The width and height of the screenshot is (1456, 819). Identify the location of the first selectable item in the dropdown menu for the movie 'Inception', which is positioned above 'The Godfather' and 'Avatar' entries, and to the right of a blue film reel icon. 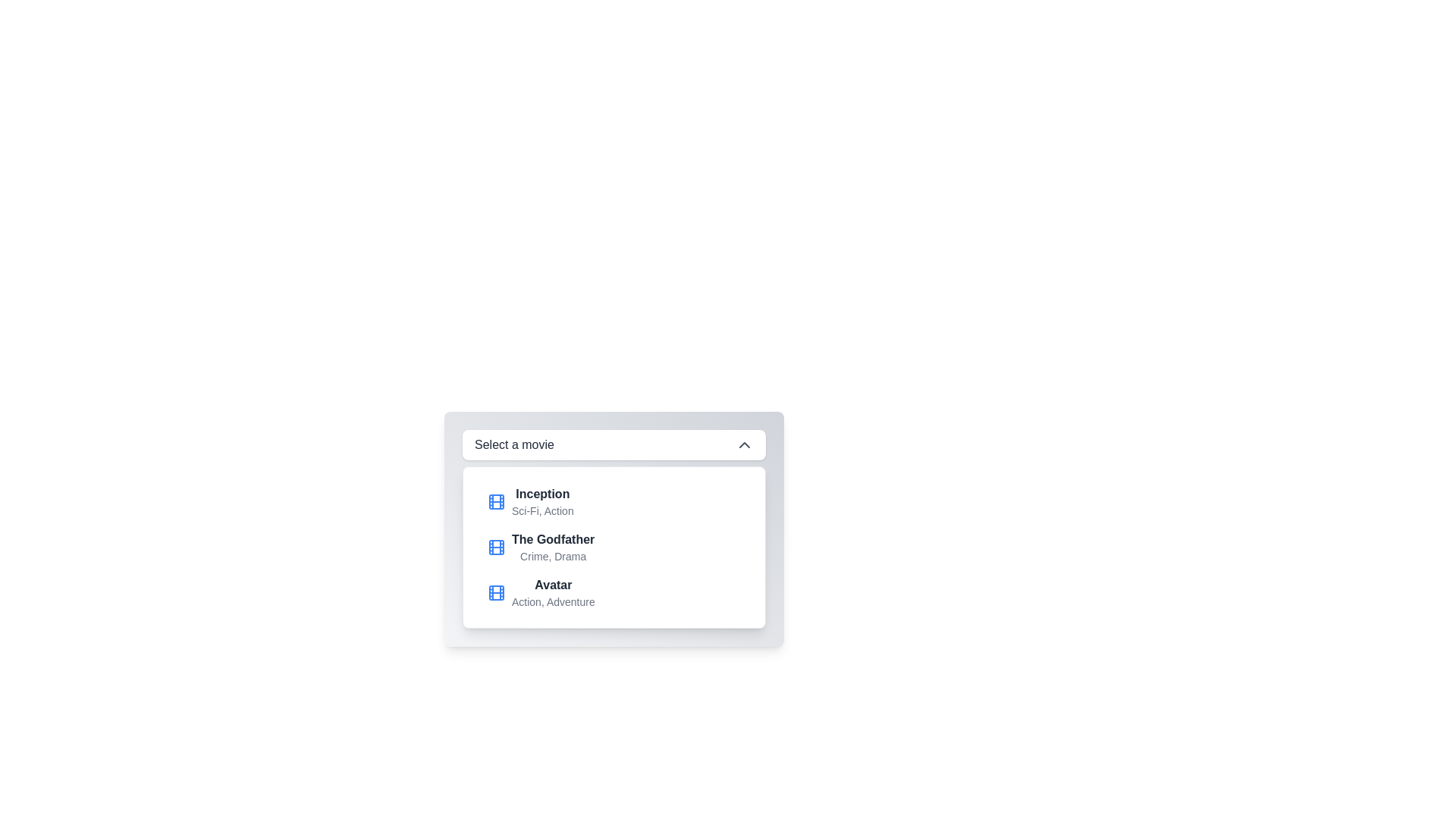
(542, 502).